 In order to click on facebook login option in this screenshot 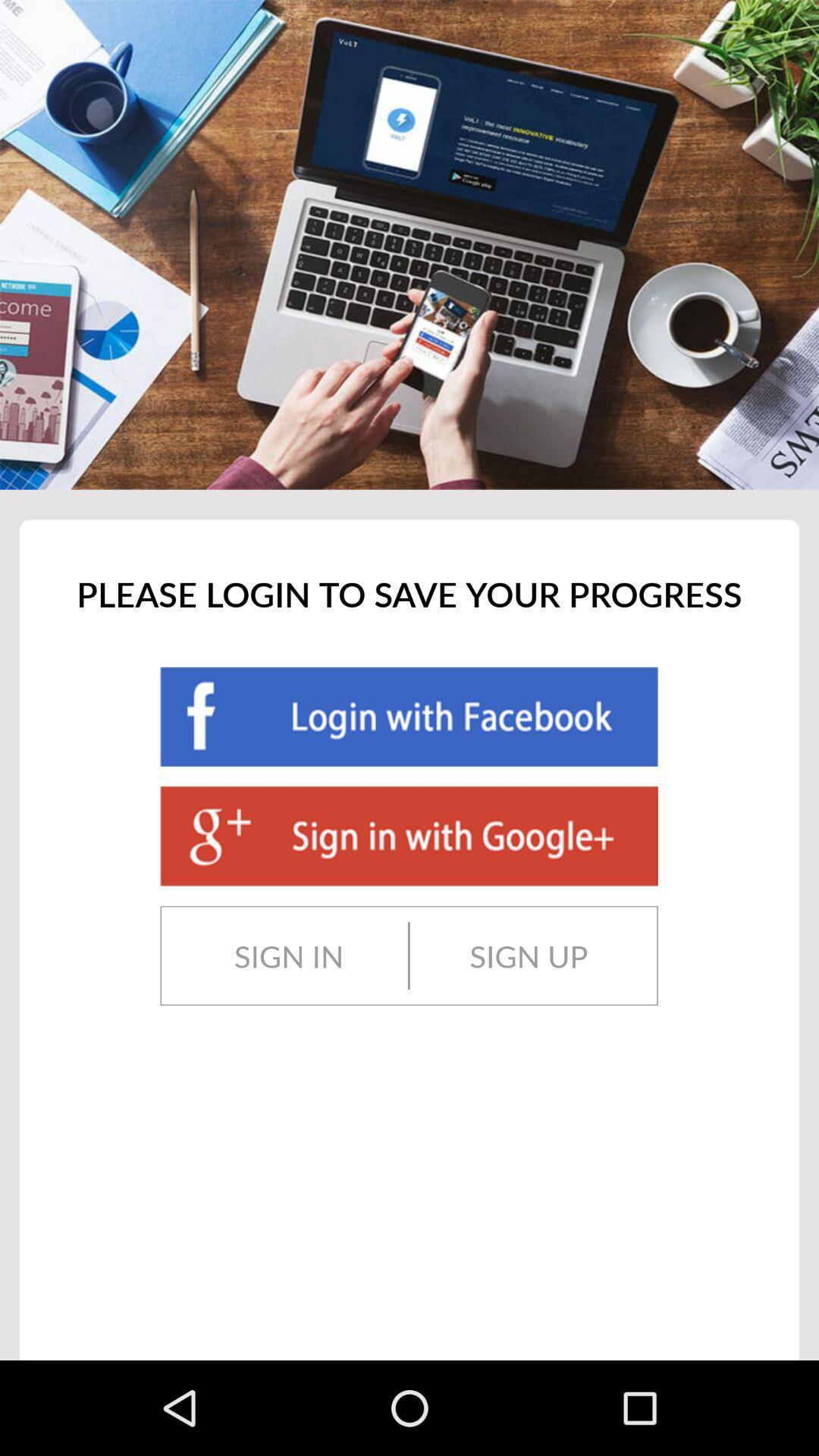, I will do `click(408, 716)`.